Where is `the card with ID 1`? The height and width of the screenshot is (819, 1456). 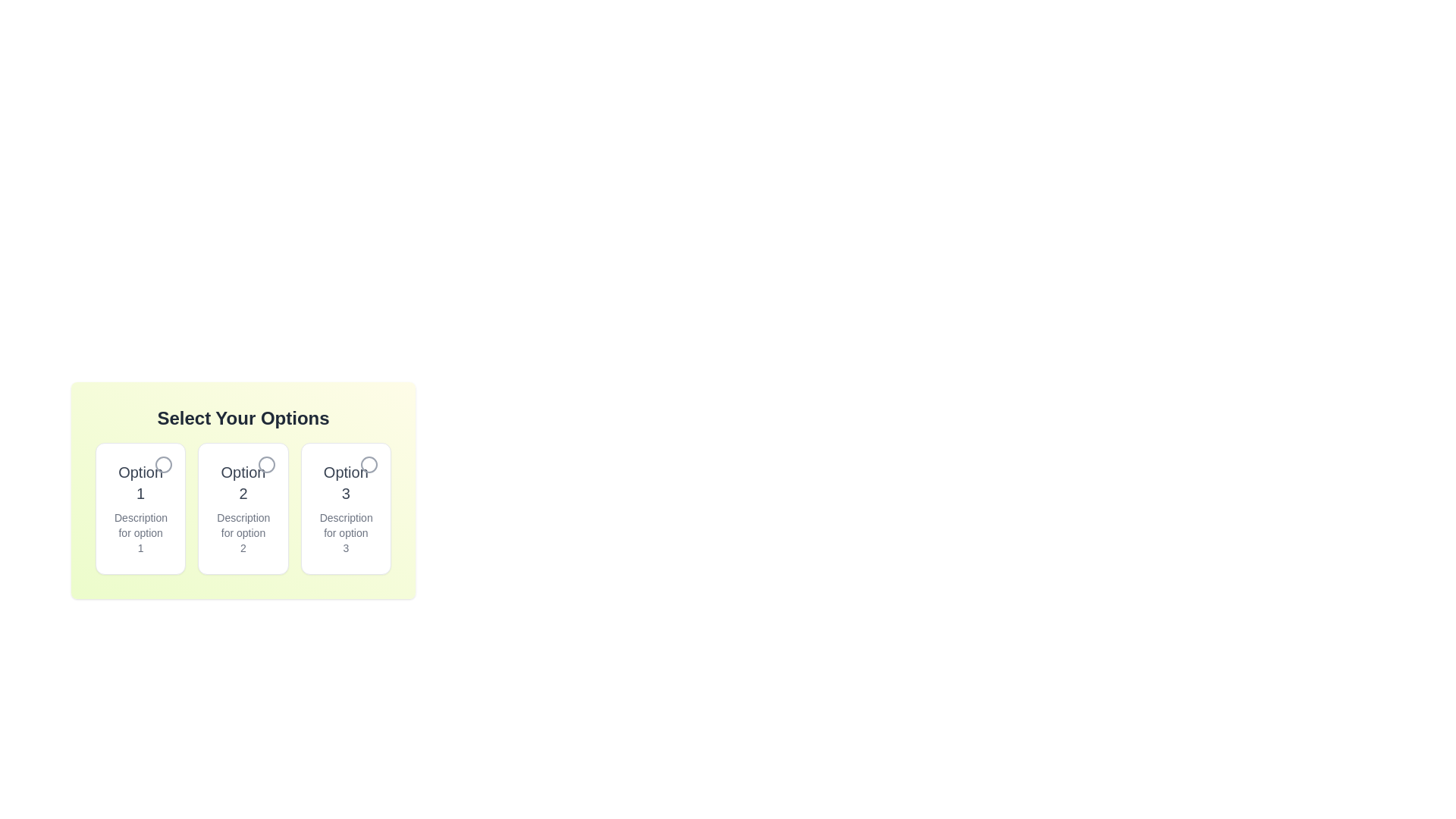 the card with ID 1 is located at coordinates (140, 509).